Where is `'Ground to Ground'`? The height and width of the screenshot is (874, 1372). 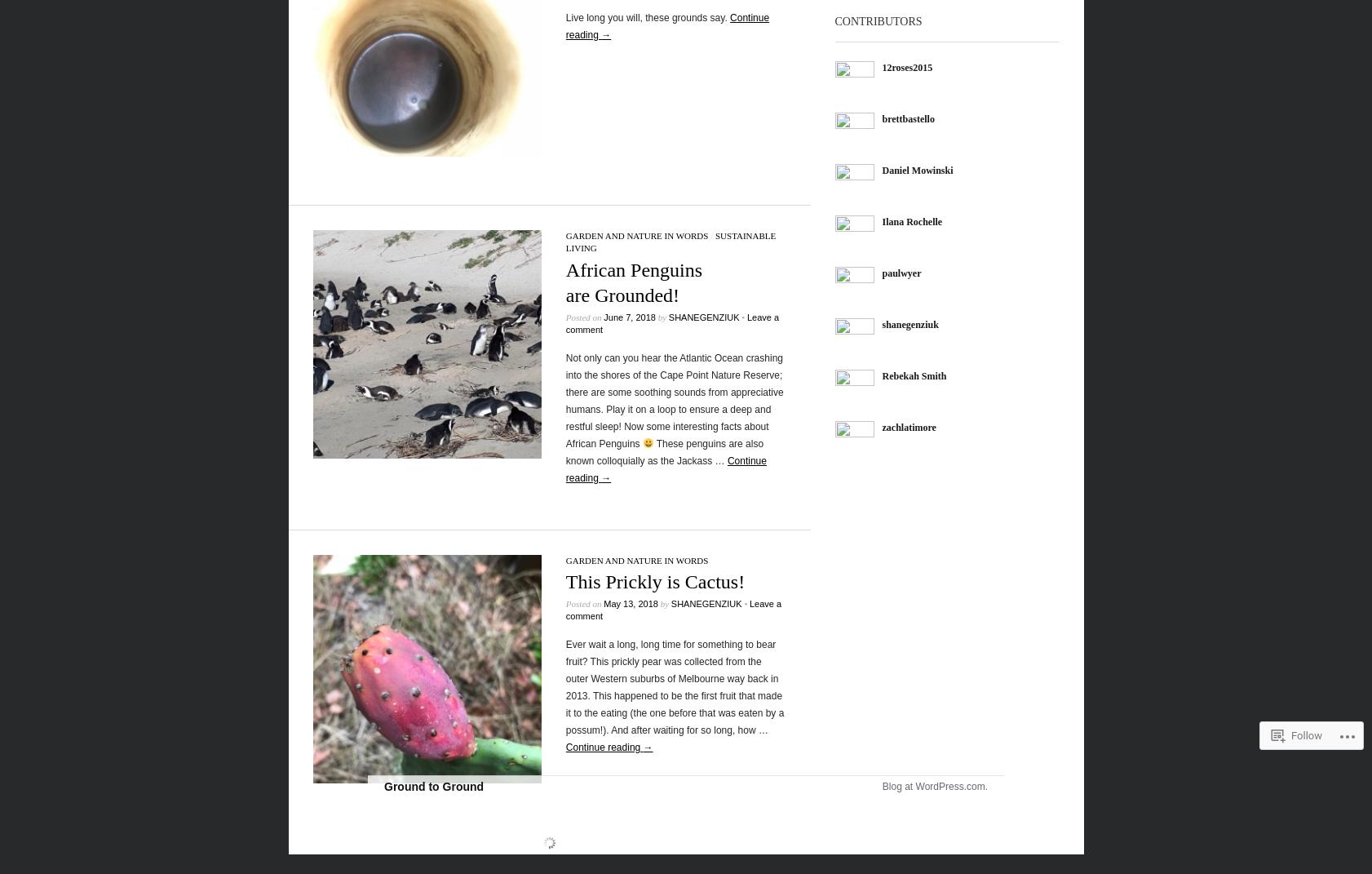 'Ground to Ground' is located at coordinates (383, 786).